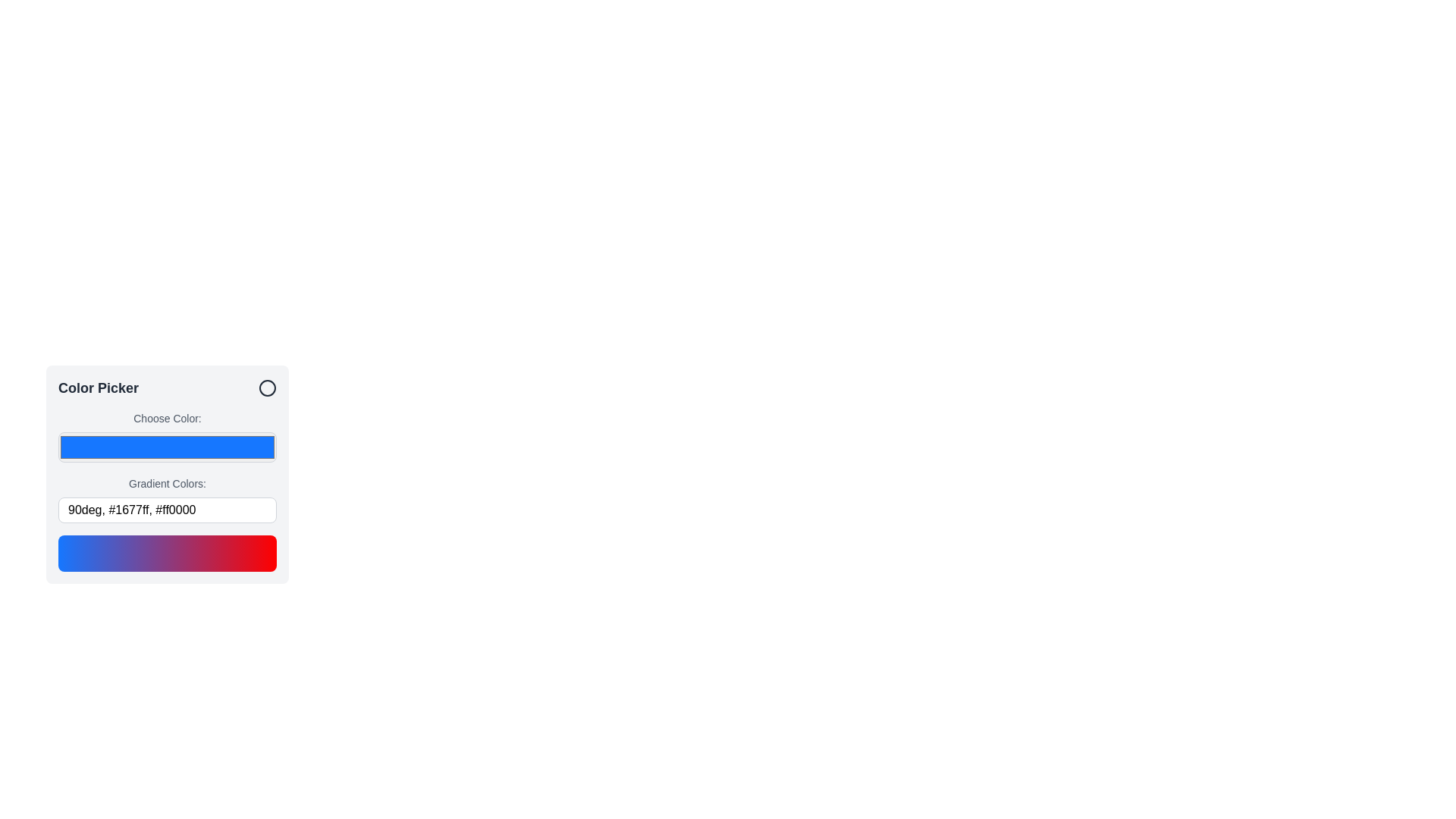 This screenshot has width=1456, height=819. Describe the element at coordinates (97, 388) in the screenshot. I see `text of the 'Color Picker' label, which is displayed in bold, large, dark gray text at the top-left area of the color selection section` at that location.